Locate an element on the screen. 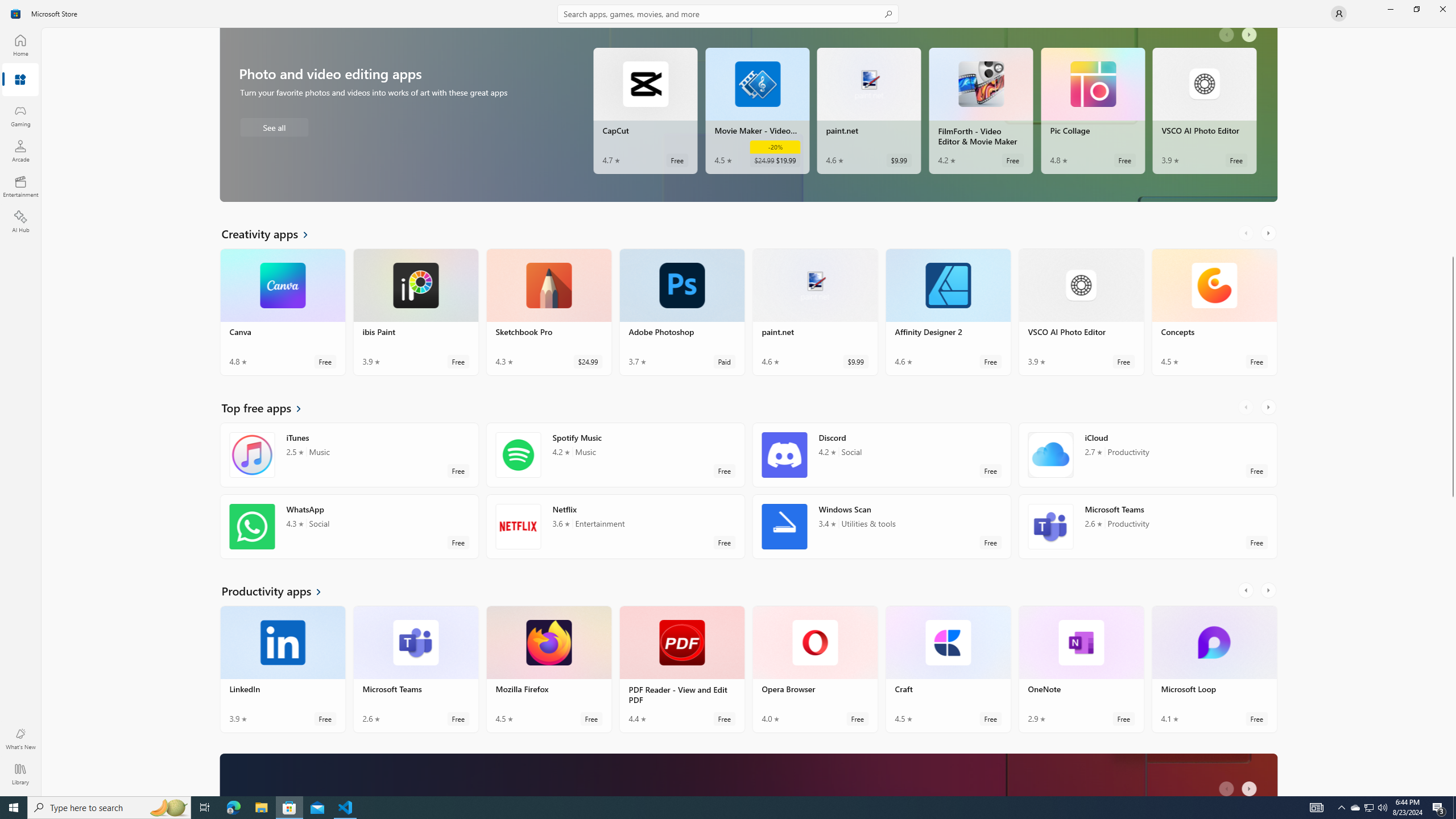 The width and height of the screenshot is (1456, 819). 'iCloud. Average rating of 2.7 out of five stars. Free  ' is located at coordinates (1147, 454).